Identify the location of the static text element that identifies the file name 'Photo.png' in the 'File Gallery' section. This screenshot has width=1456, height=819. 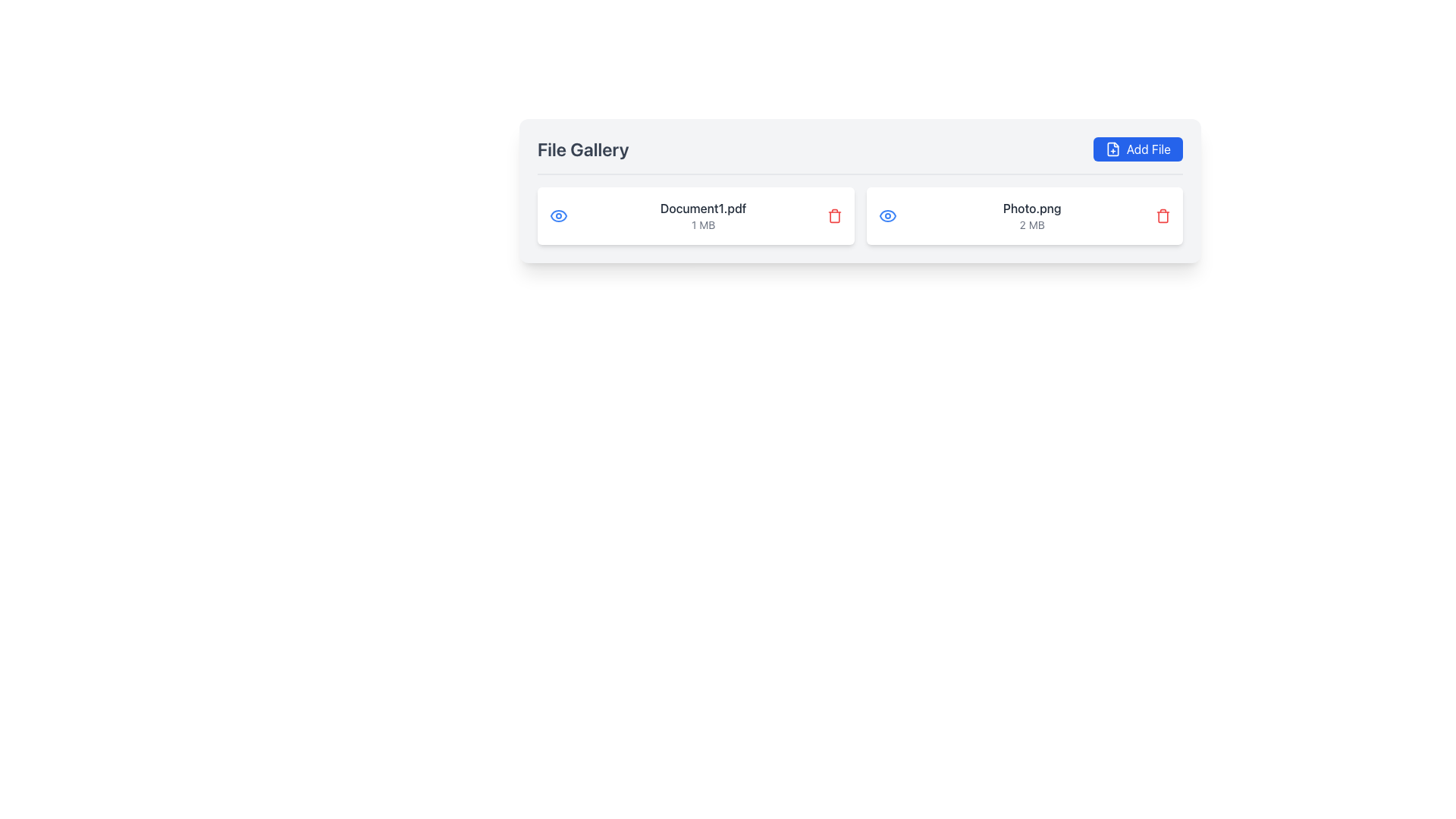
(1031, 208).